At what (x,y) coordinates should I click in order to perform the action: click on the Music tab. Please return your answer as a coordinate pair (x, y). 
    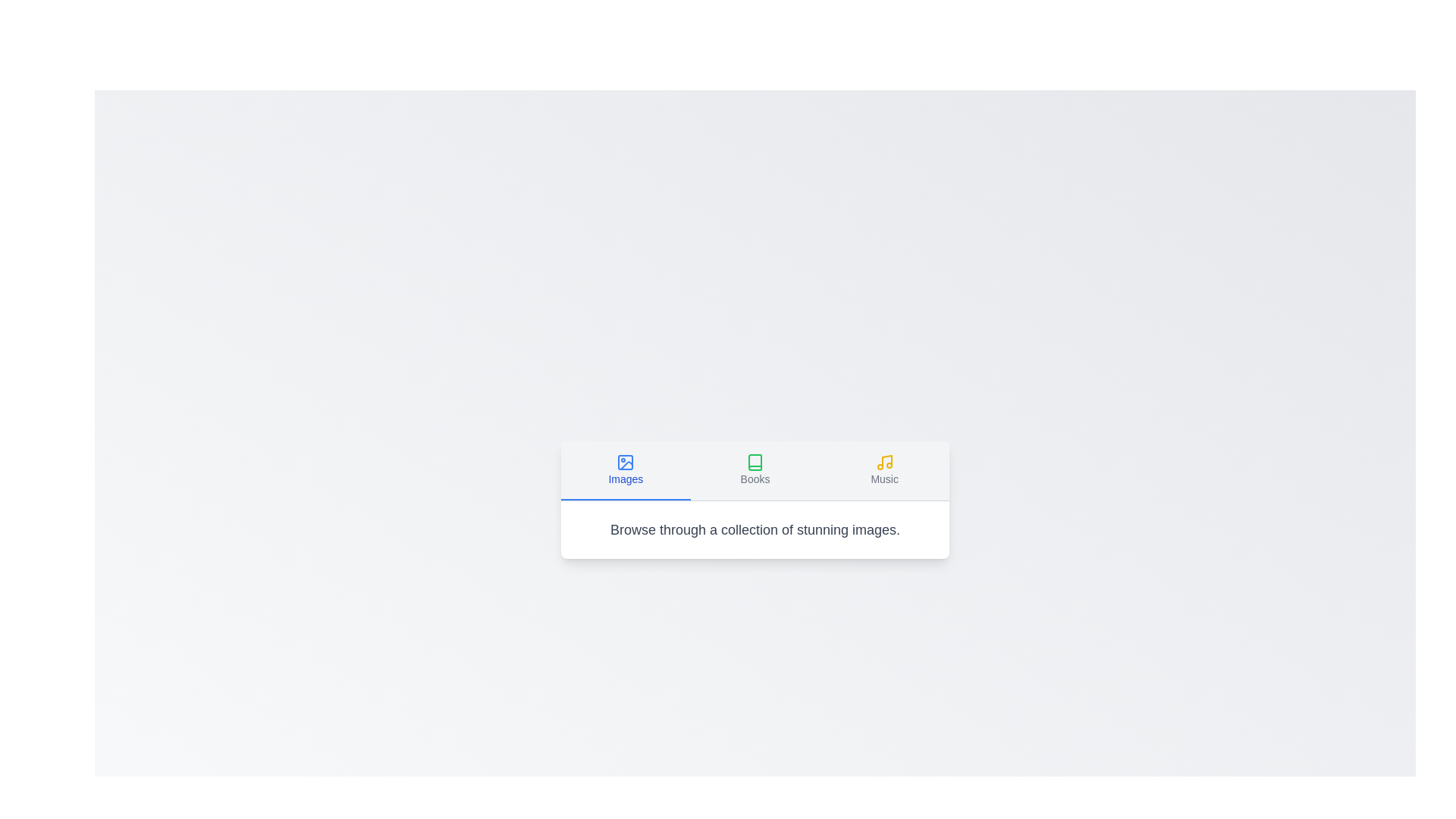
    Looking at the image, I should click on (884, 469).